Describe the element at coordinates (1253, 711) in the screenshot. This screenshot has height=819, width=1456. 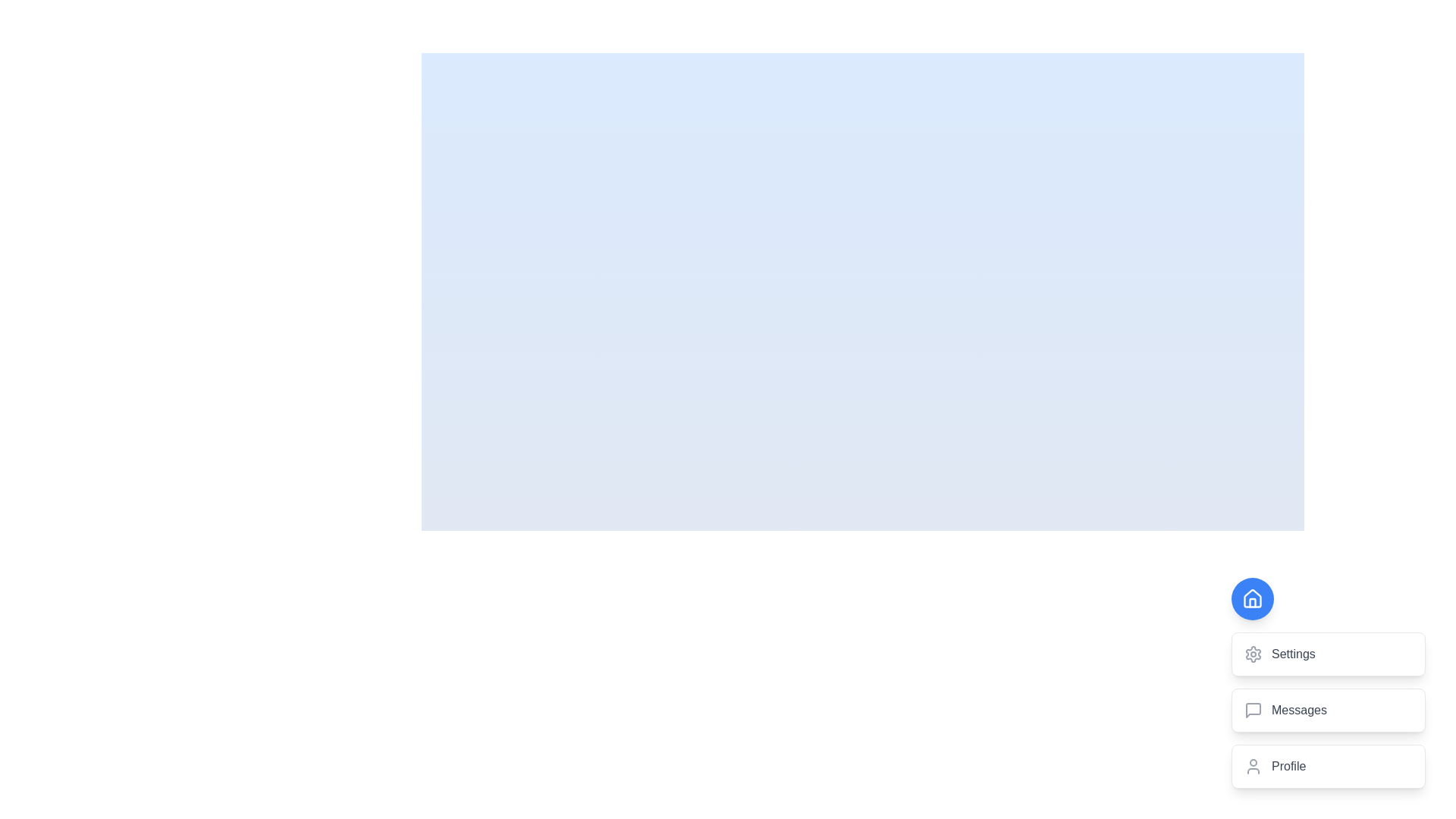
I see `the messaging icon located in the vertical navigation menu, which is the second icon below the settings icon and above the profile icon` at that location.